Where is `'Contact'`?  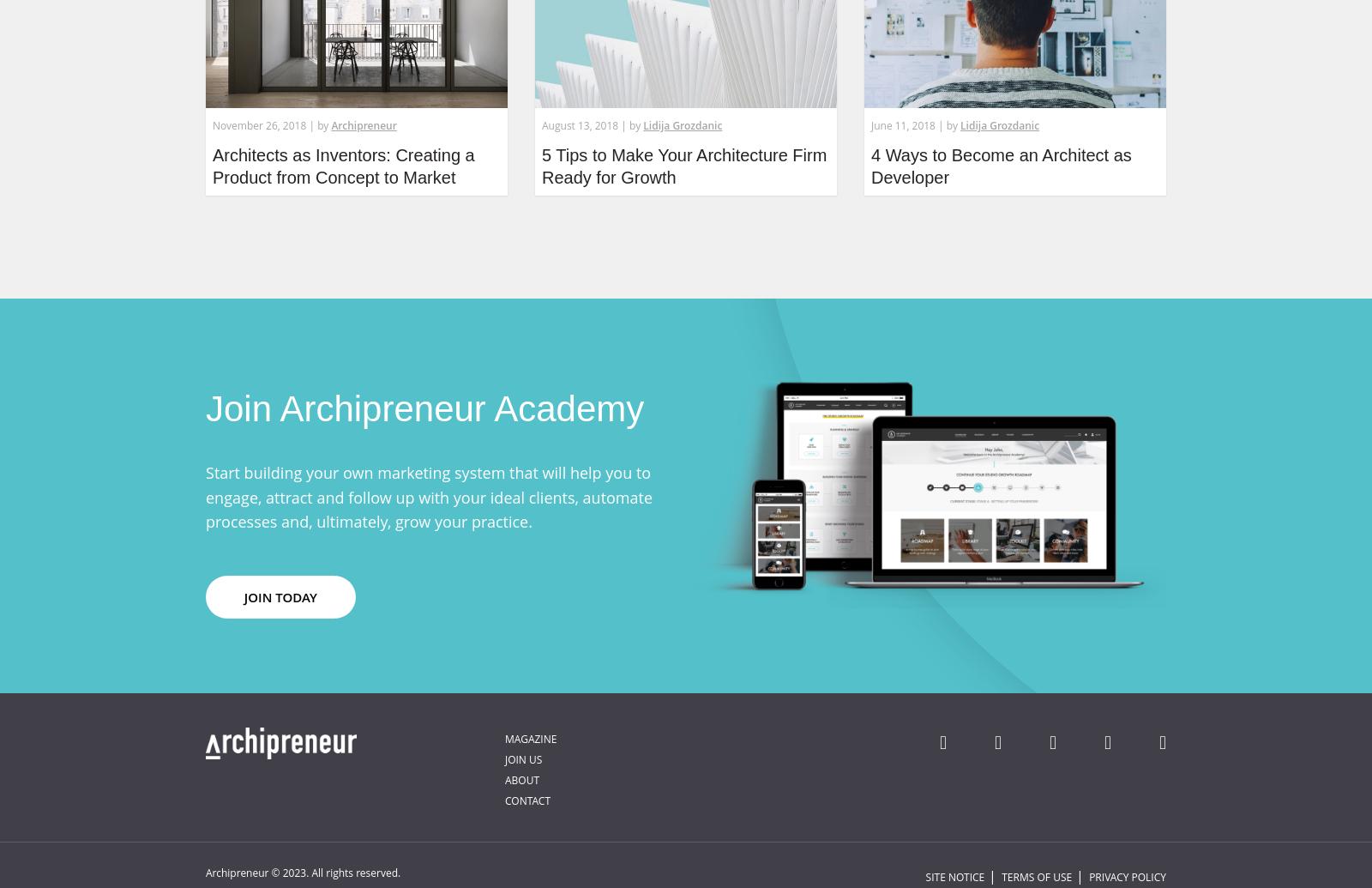 'Contact' is located at coordinates (503, 799).